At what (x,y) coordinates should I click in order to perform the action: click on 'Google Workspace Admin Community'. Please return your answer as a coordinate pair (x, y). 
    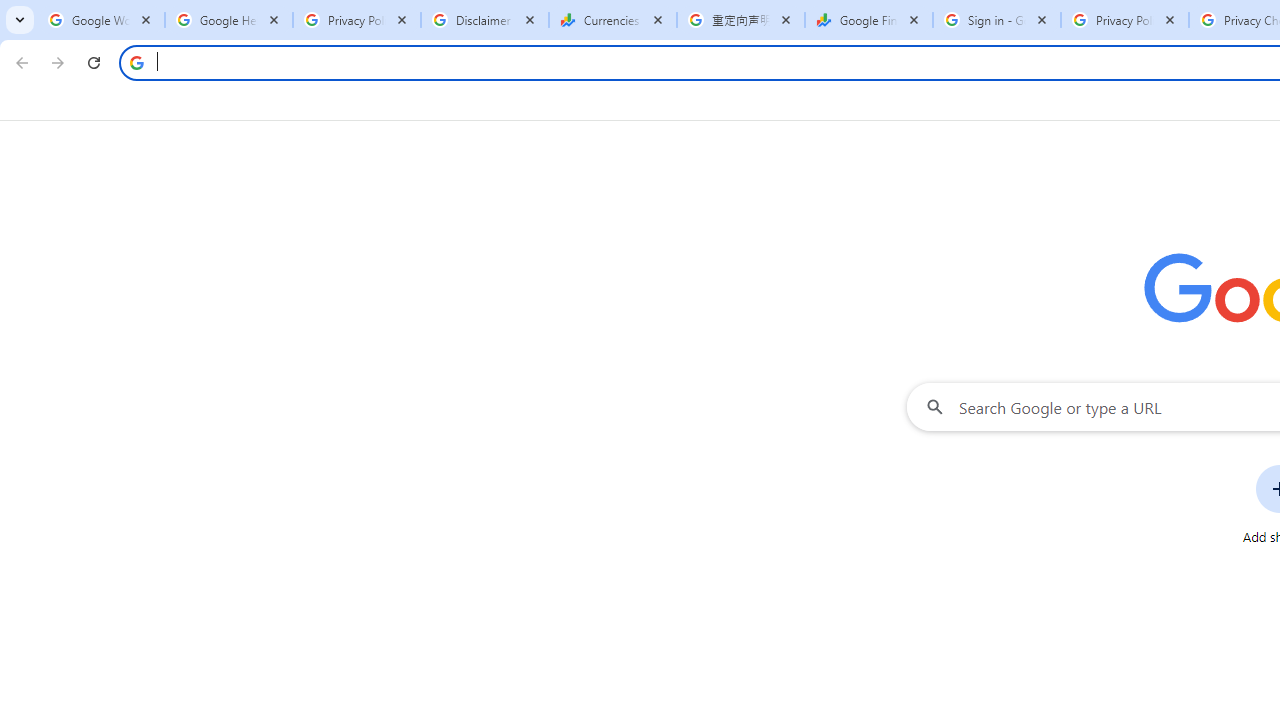
    Looking at the image, I should click on (100, 20).